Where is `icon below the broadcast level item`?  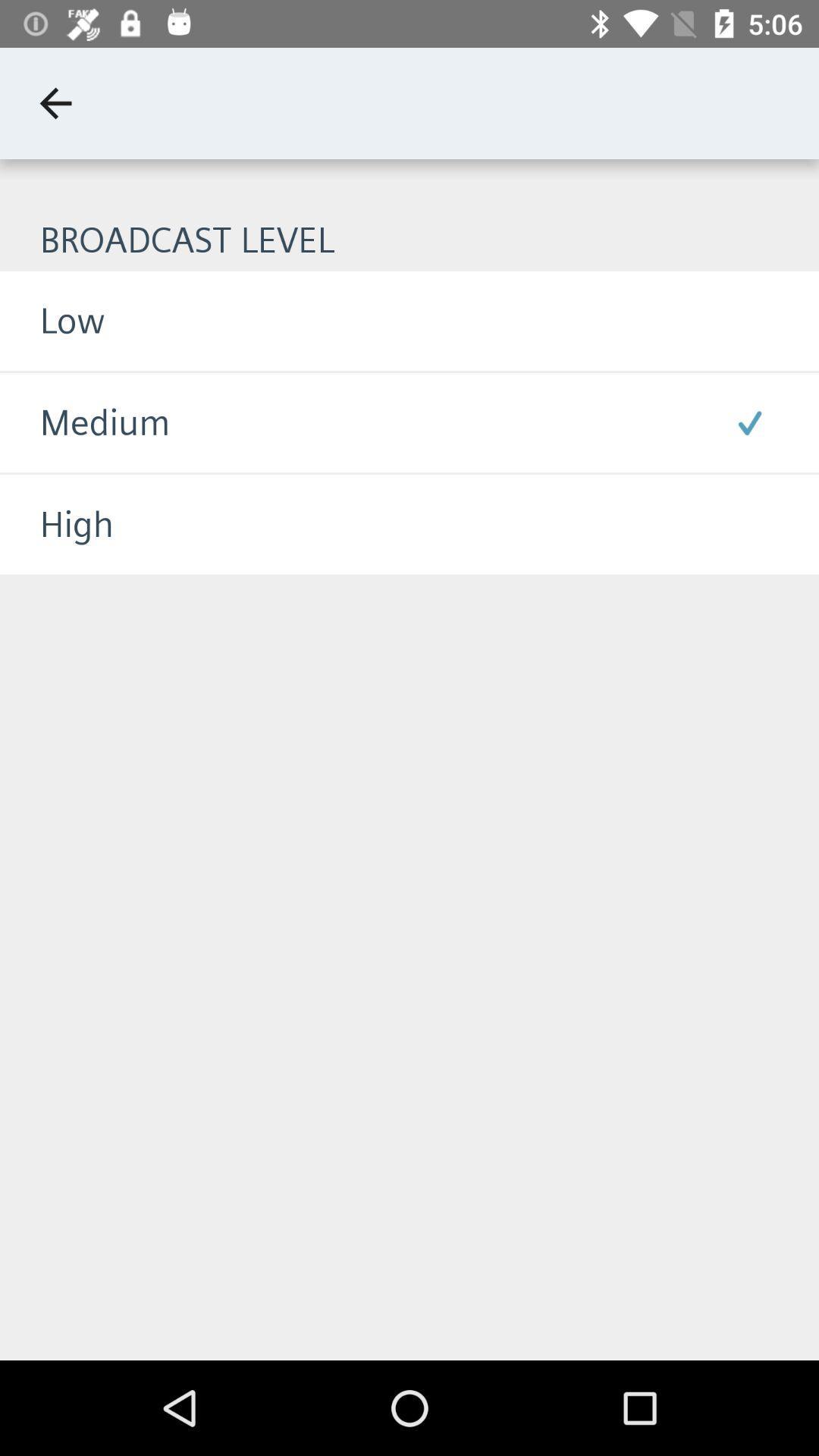 icon below the broadcast level item is located at coordinates (52, 320).